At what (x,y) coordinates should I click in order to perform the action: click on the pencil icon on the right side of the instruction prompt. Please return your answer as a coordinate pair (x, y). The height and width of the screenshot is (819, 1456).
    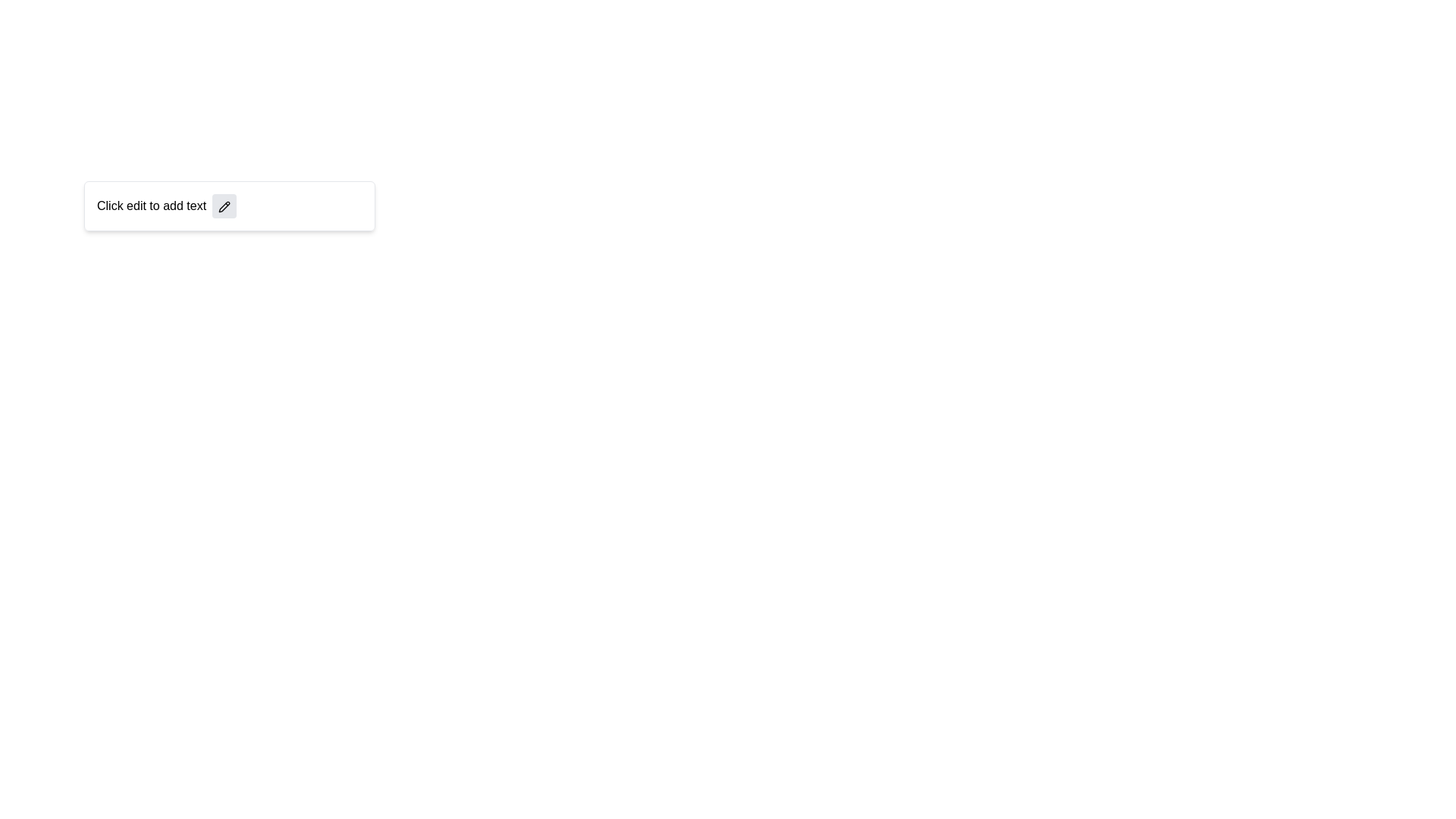
    Looking at the image, I should click on (228, 206).